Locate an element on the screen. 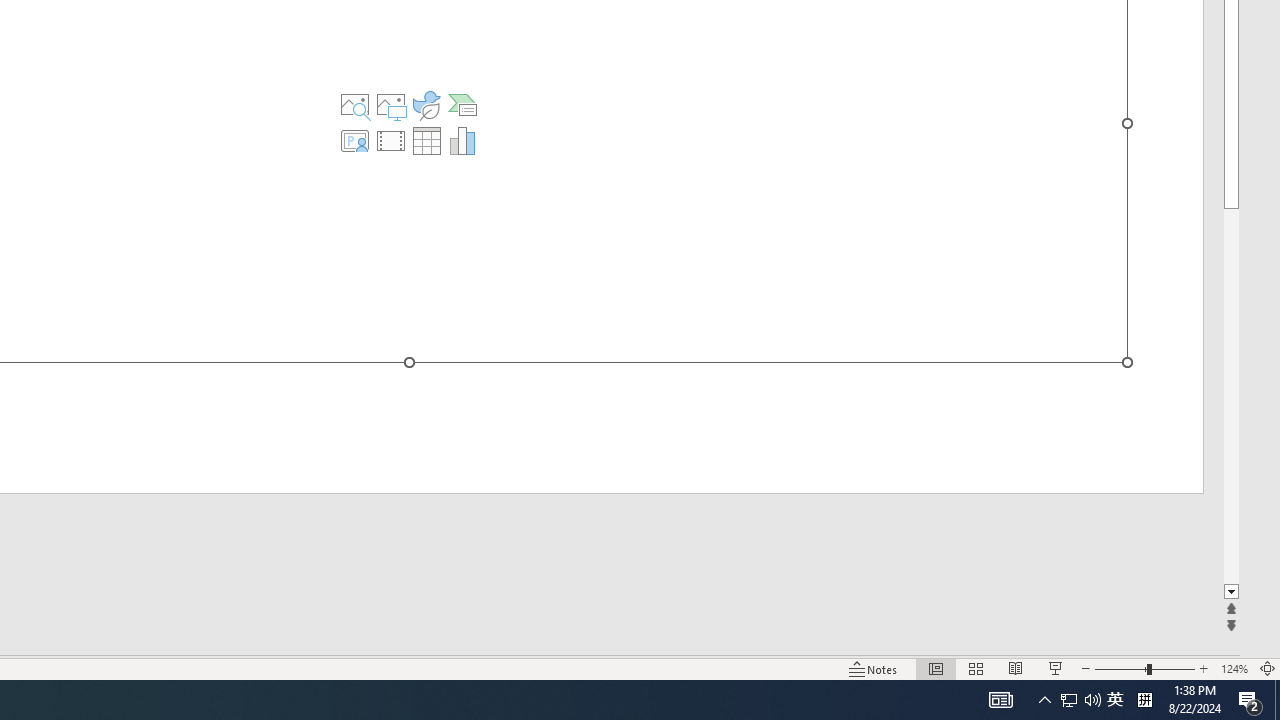  'Insert an Icon' is located at coordinates (425, 105).